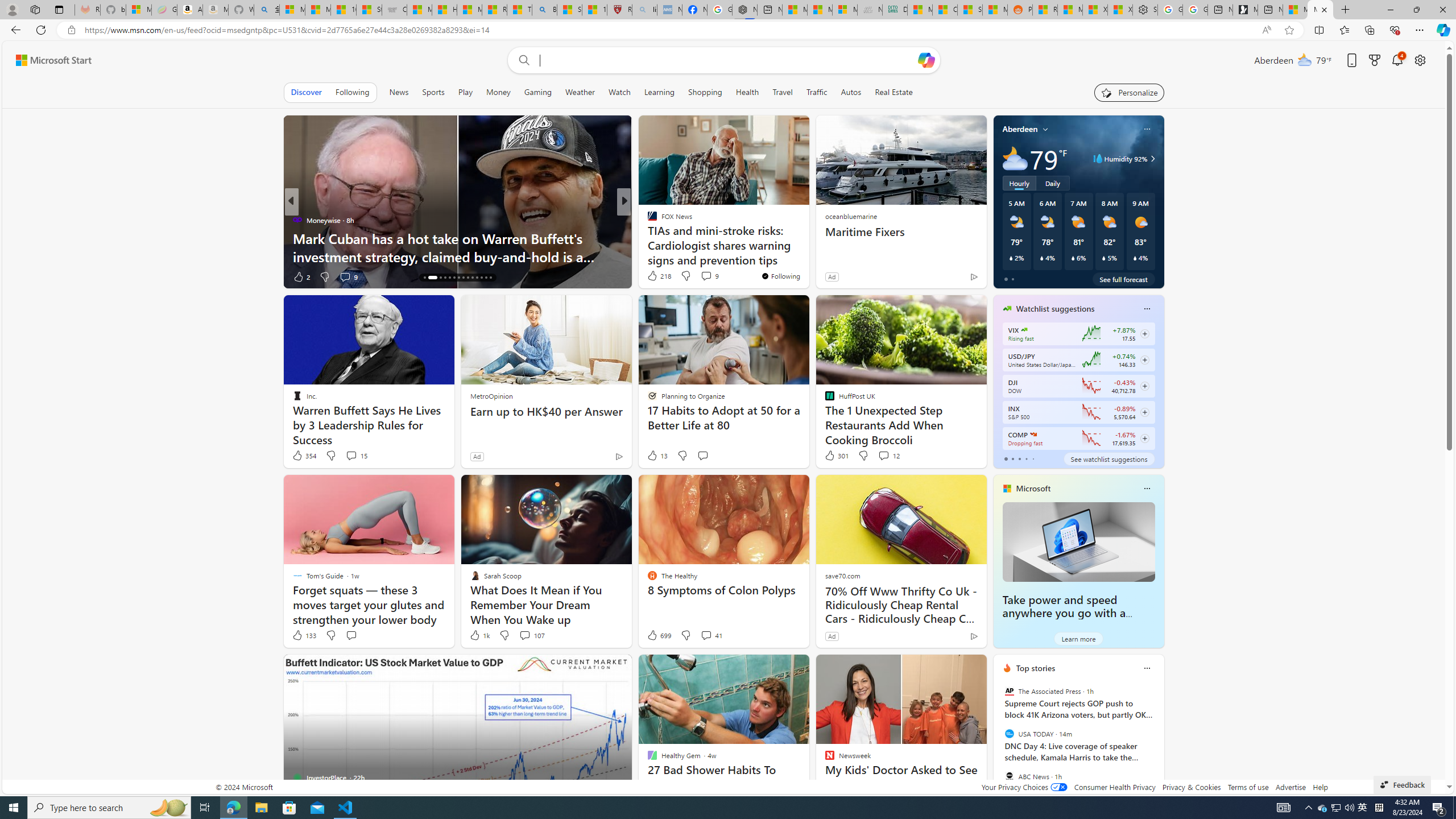 This screenshot has width=1456, height=819. What do you see at coordinates (647, 220) in the screenshot?
I see `'Medical Xpress'` at bounding box center [647, 220].